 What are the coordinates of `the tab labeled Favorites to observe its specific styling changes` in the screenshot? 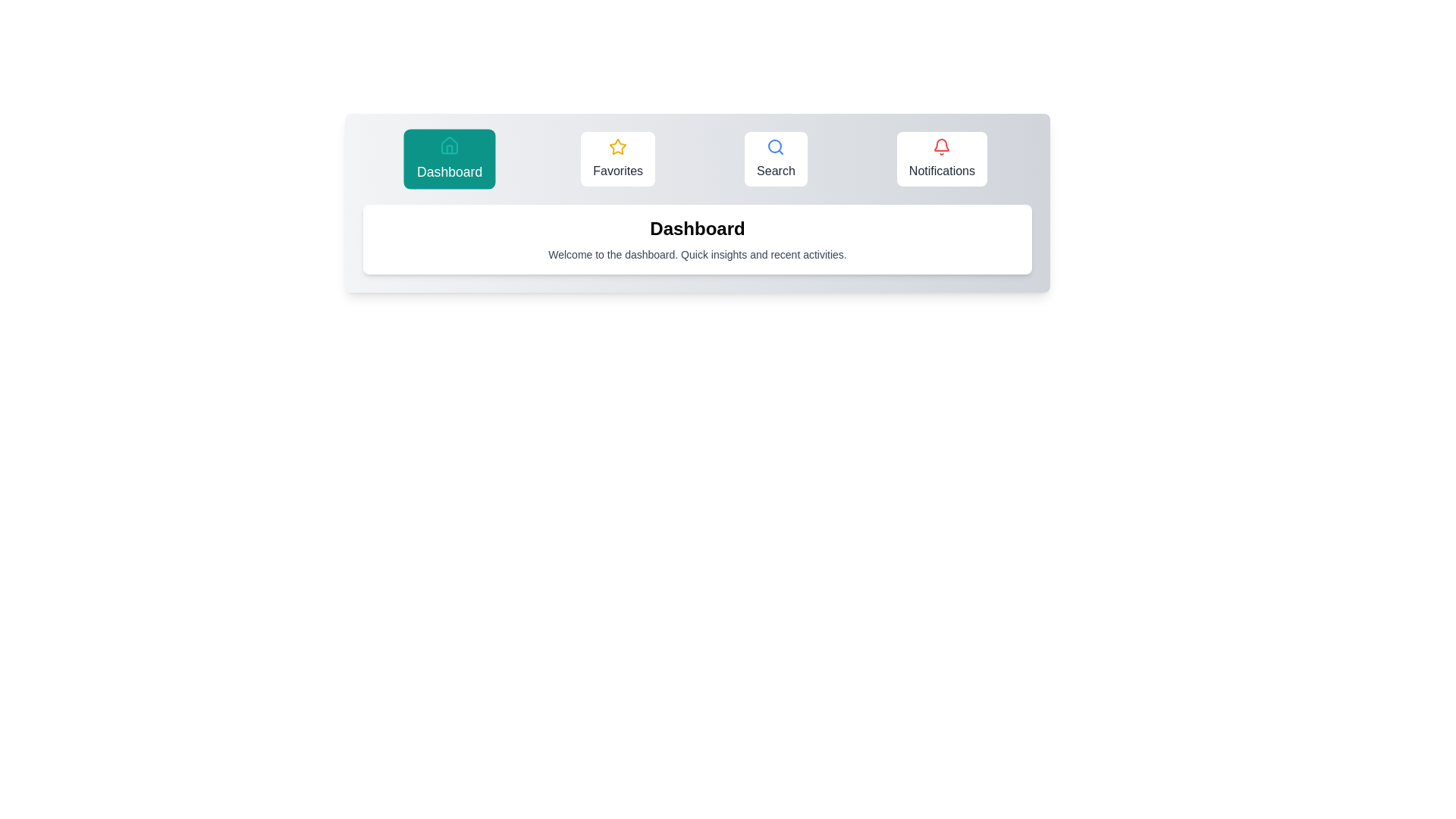 It's located at (618, 158).